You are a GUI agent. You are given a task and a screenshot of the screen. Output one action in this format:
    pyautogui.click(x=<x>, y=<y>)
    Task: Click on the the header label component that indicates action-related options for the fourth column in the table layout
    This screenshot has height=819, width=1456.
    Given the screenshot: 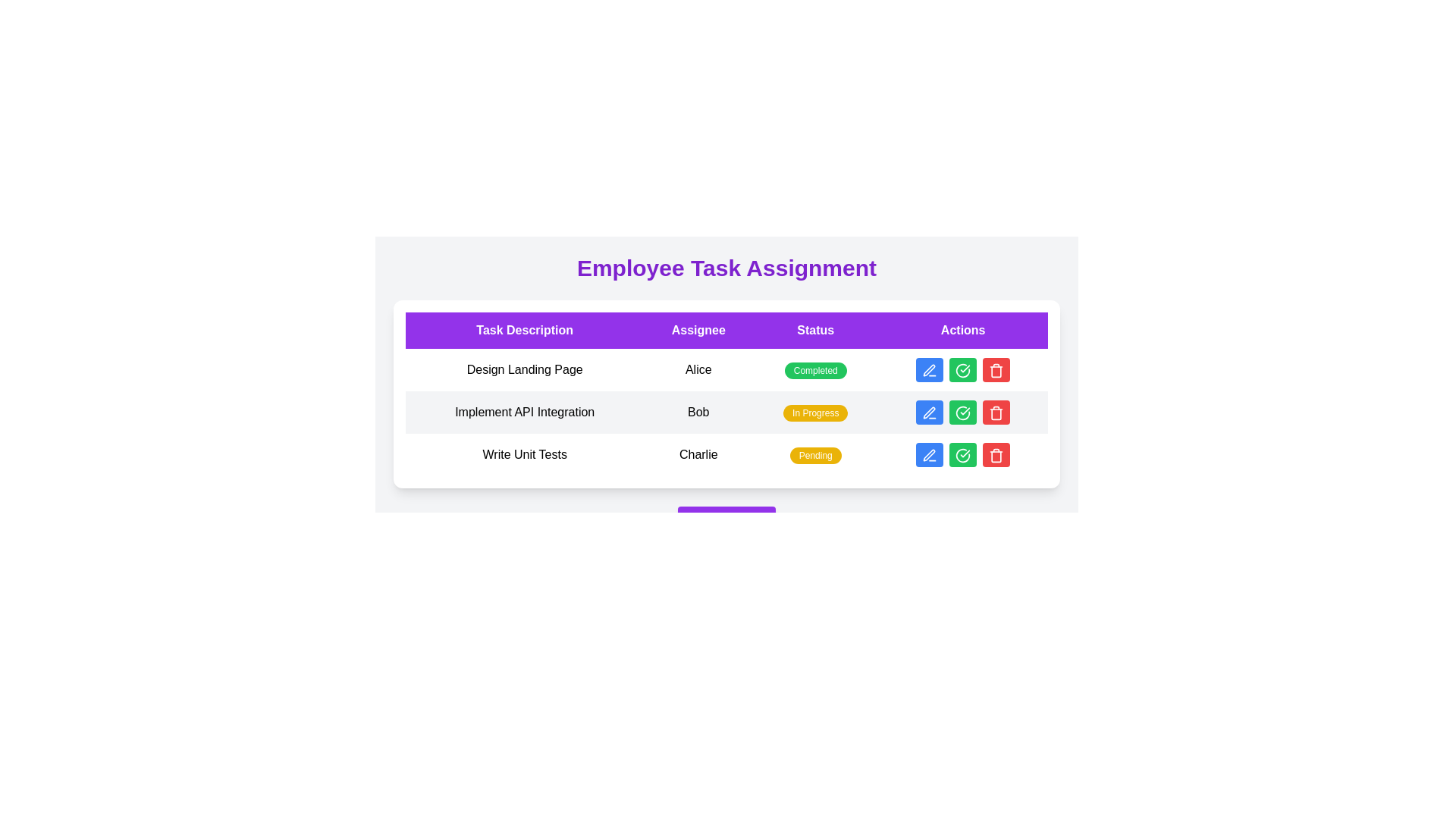 What is the action you would take?
    pyautogui.click(x=962, y=329)
    